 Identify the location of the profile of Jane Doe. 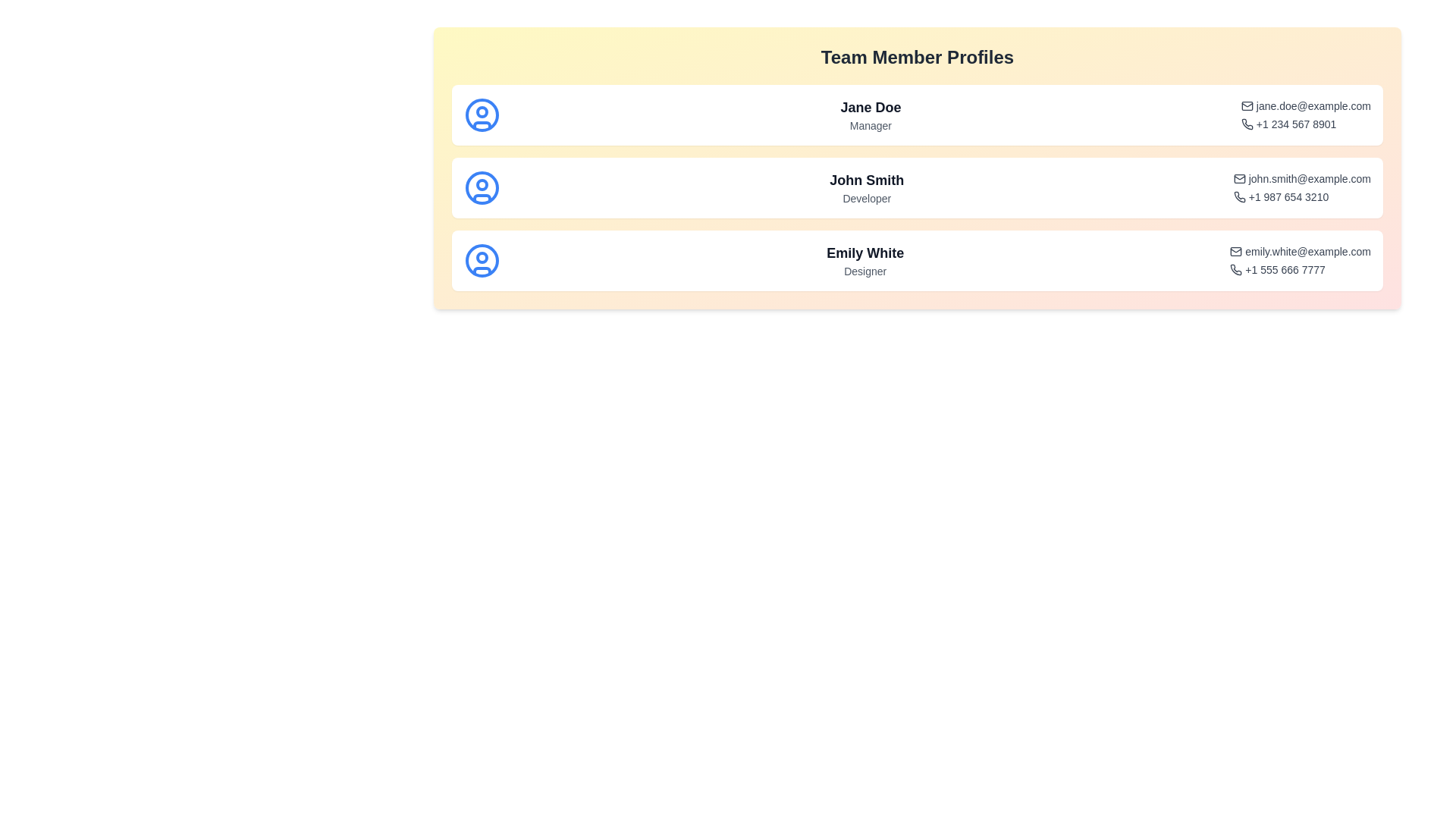
(916, 114).